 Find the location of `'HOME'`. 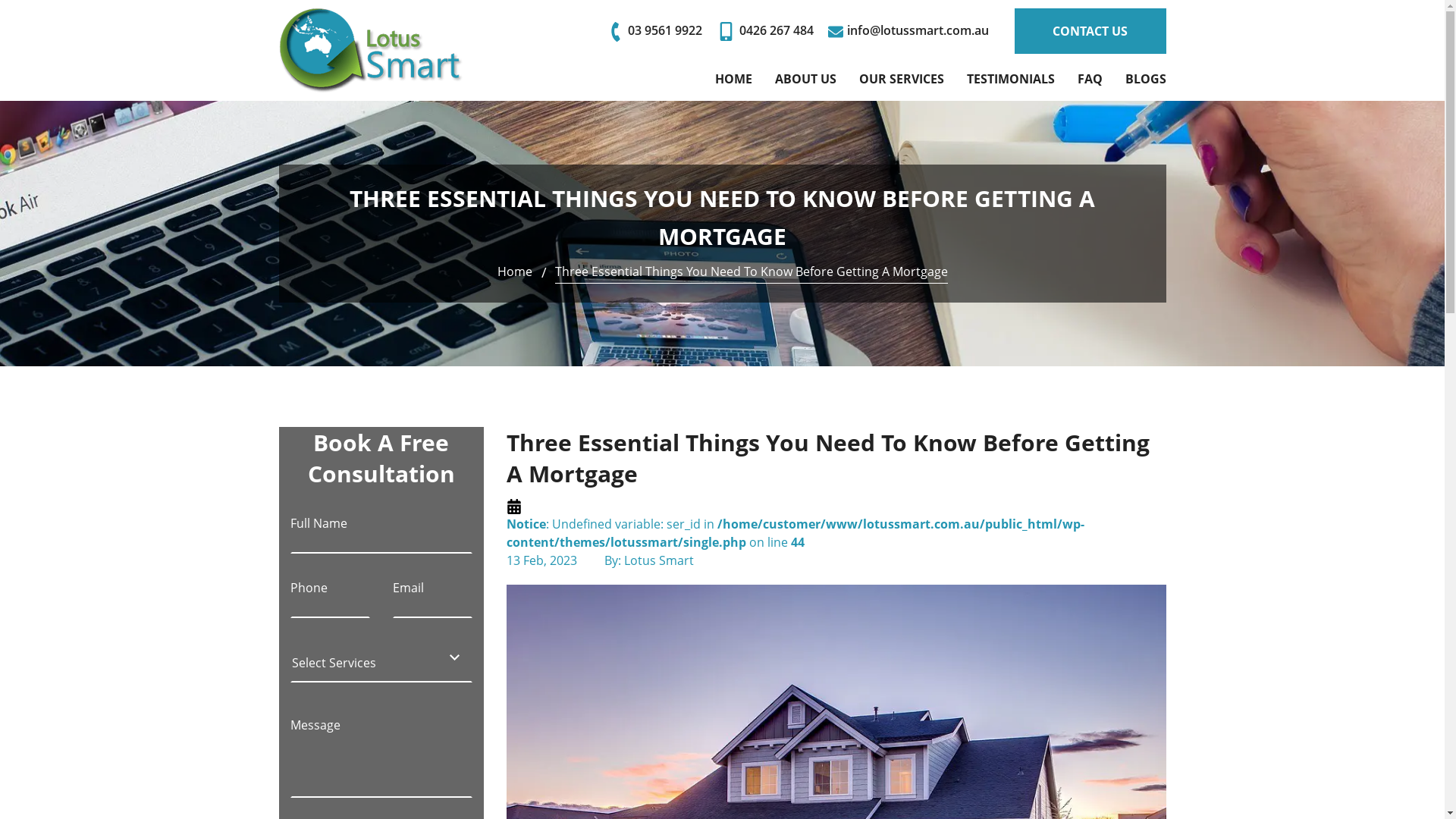

'HOME' is located at coordinates (733, 79).